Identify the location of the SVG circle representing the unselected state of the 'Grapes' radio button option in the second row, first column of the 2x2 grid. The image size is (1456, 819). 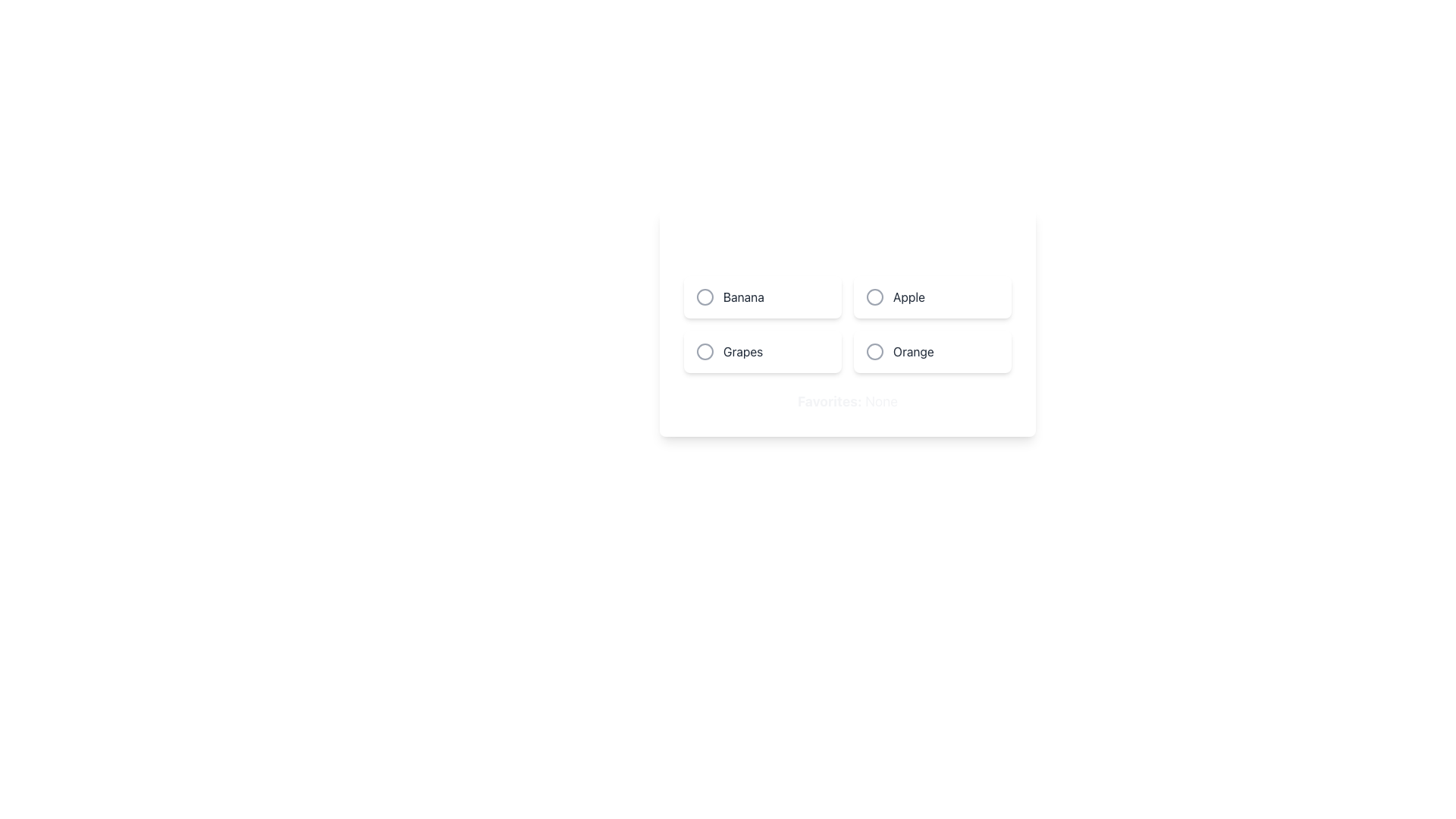
(704, 351).